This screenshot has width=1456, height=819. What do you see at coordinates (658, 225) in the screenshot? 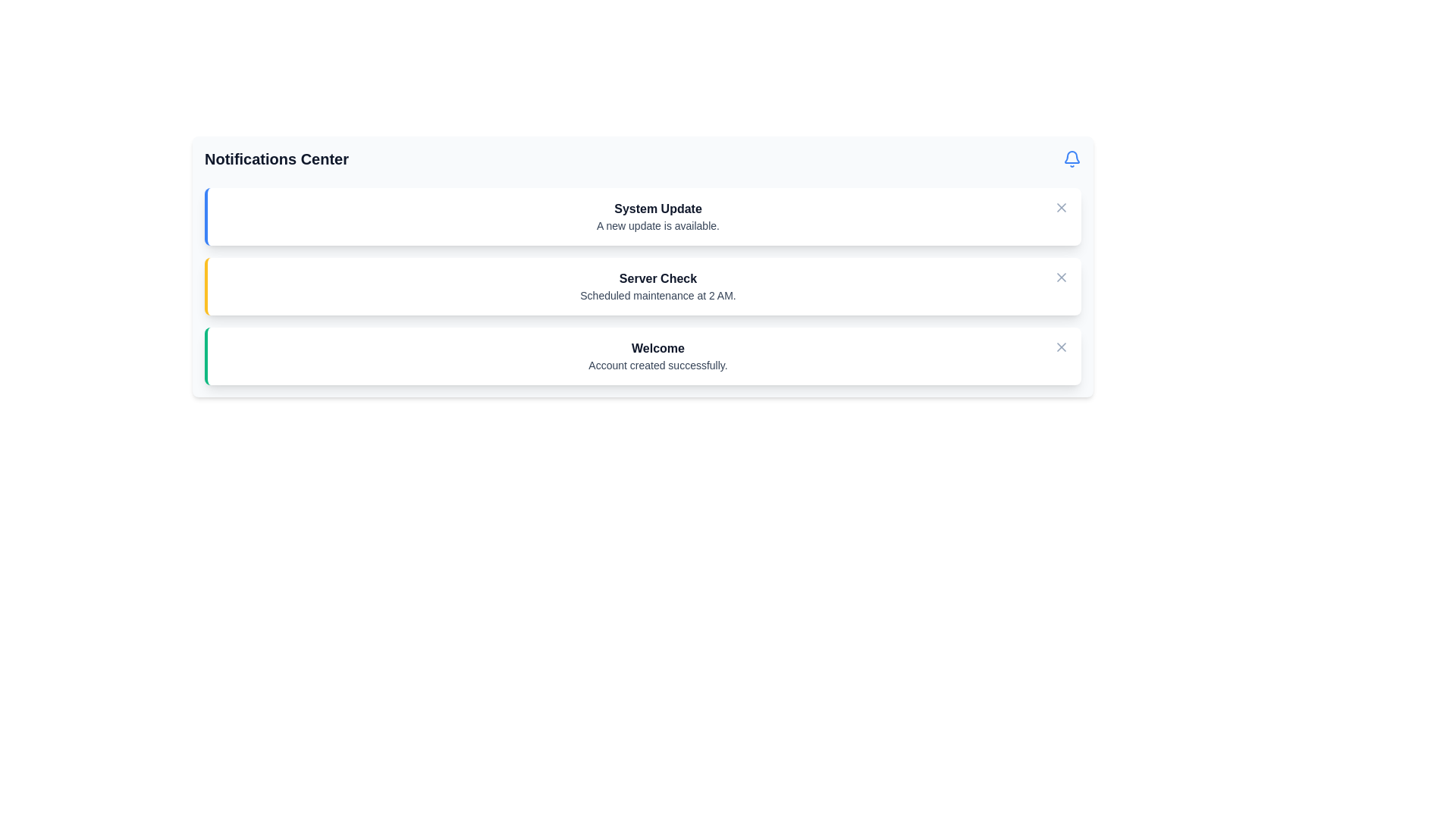
I see `the text label that reads 'A new update is available.' which is located beneath the 'System Update' header in the notification list` at bounding box center [658, 225].